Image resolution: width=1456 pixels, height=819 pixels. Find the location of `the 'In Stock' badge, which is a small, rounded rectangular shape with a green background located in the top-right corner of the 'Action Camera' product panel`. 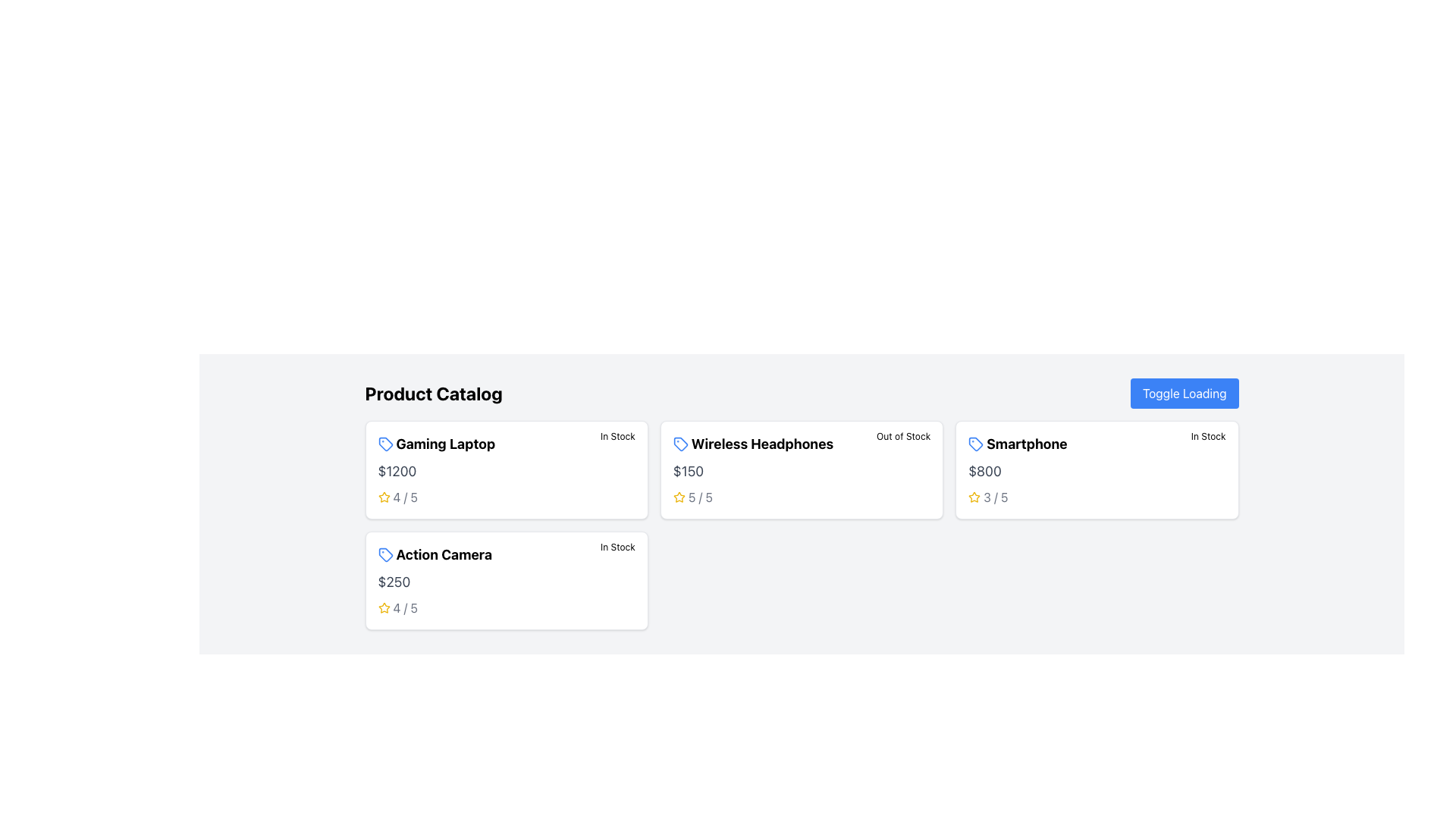

the 'In Stock' badge, which is a small, rounded rectangular shape with a green background located in the top-right corner of the 'Action Camera' product panel is located at coordinates (617, 547).